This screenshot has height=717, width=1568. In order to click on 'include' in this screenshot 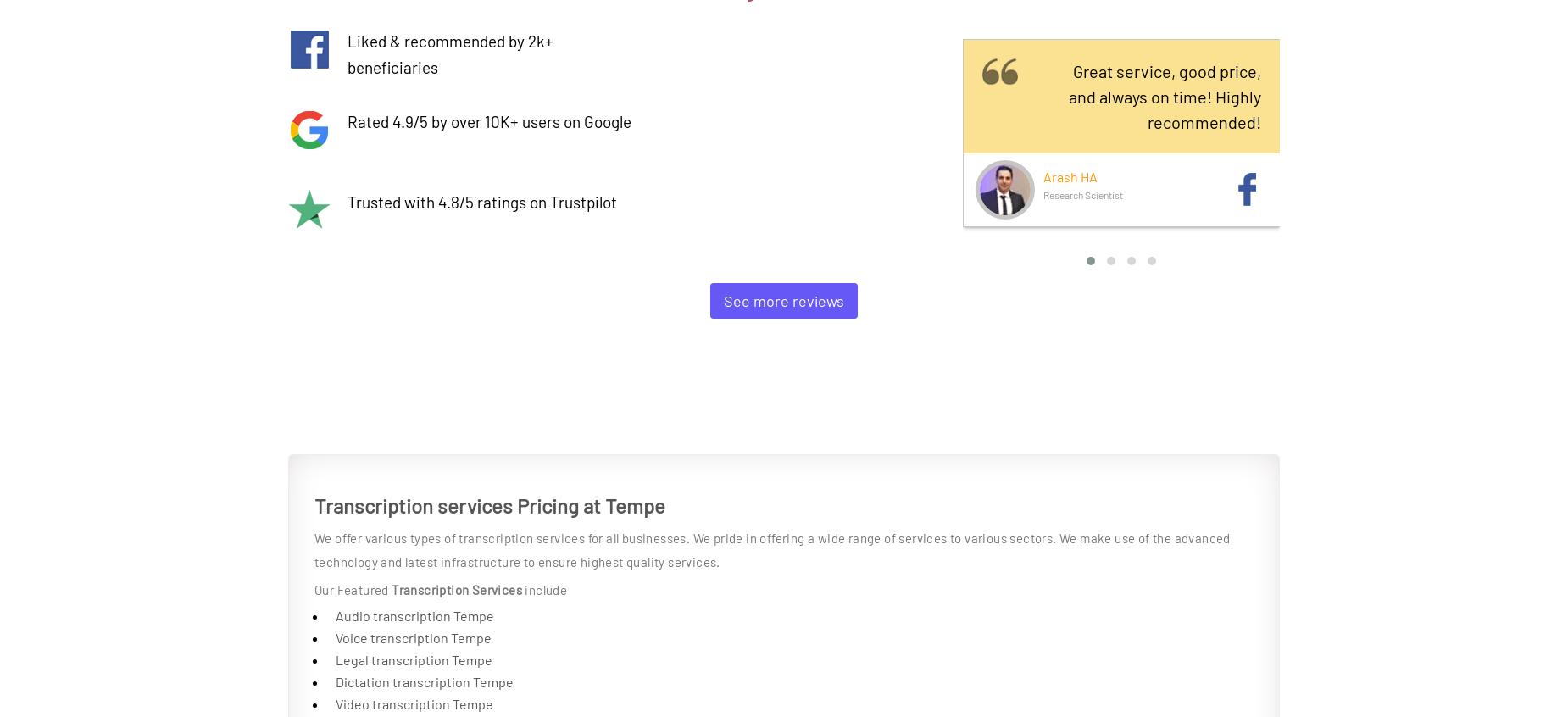, I will do `click(544, 590)`.